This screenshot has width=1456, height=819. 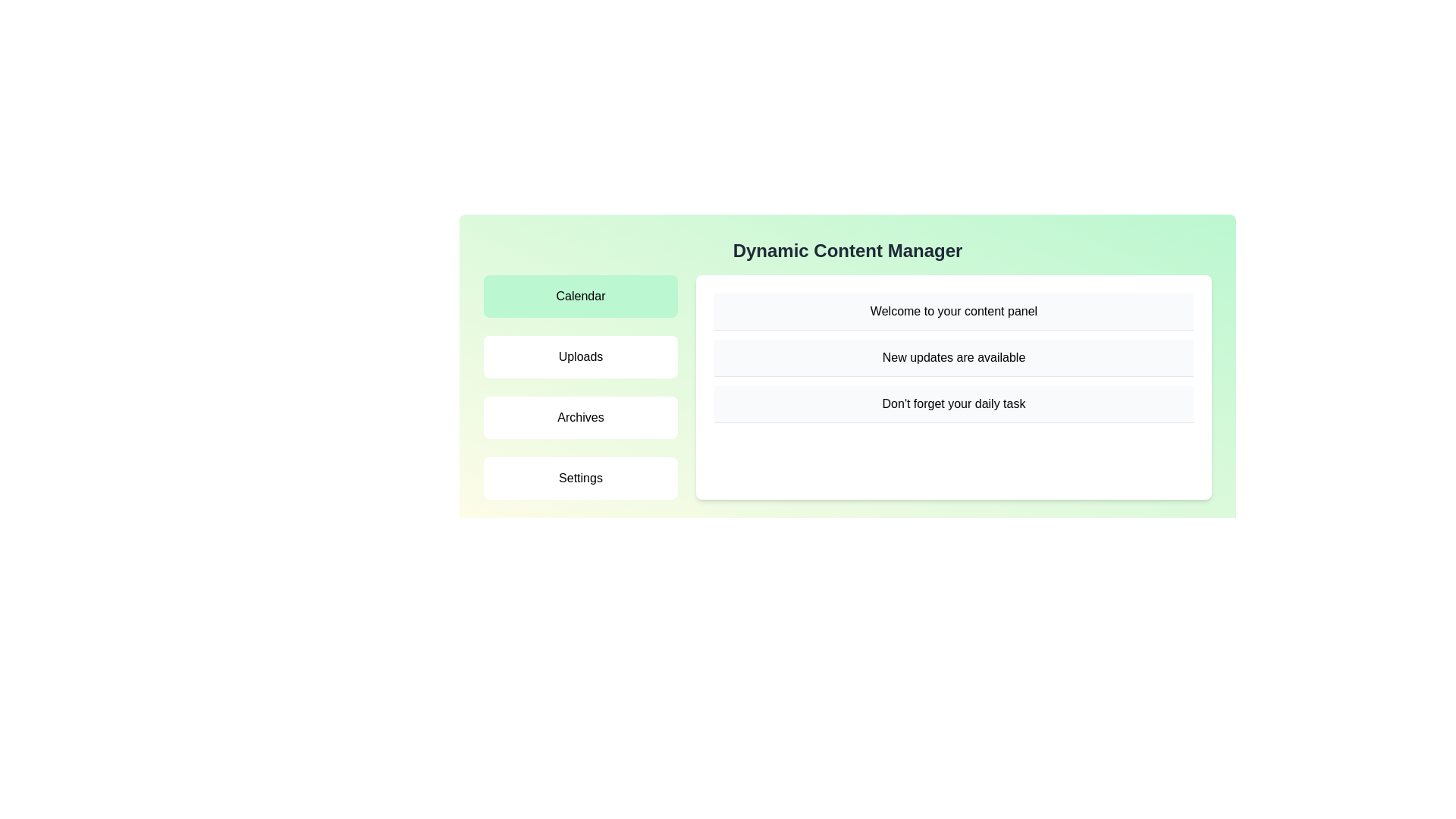 What do you see at coordinates (952, 403) in the screenshot?
I see `the notification text for Don't forget your daily task` at bounding box center [952, 403].